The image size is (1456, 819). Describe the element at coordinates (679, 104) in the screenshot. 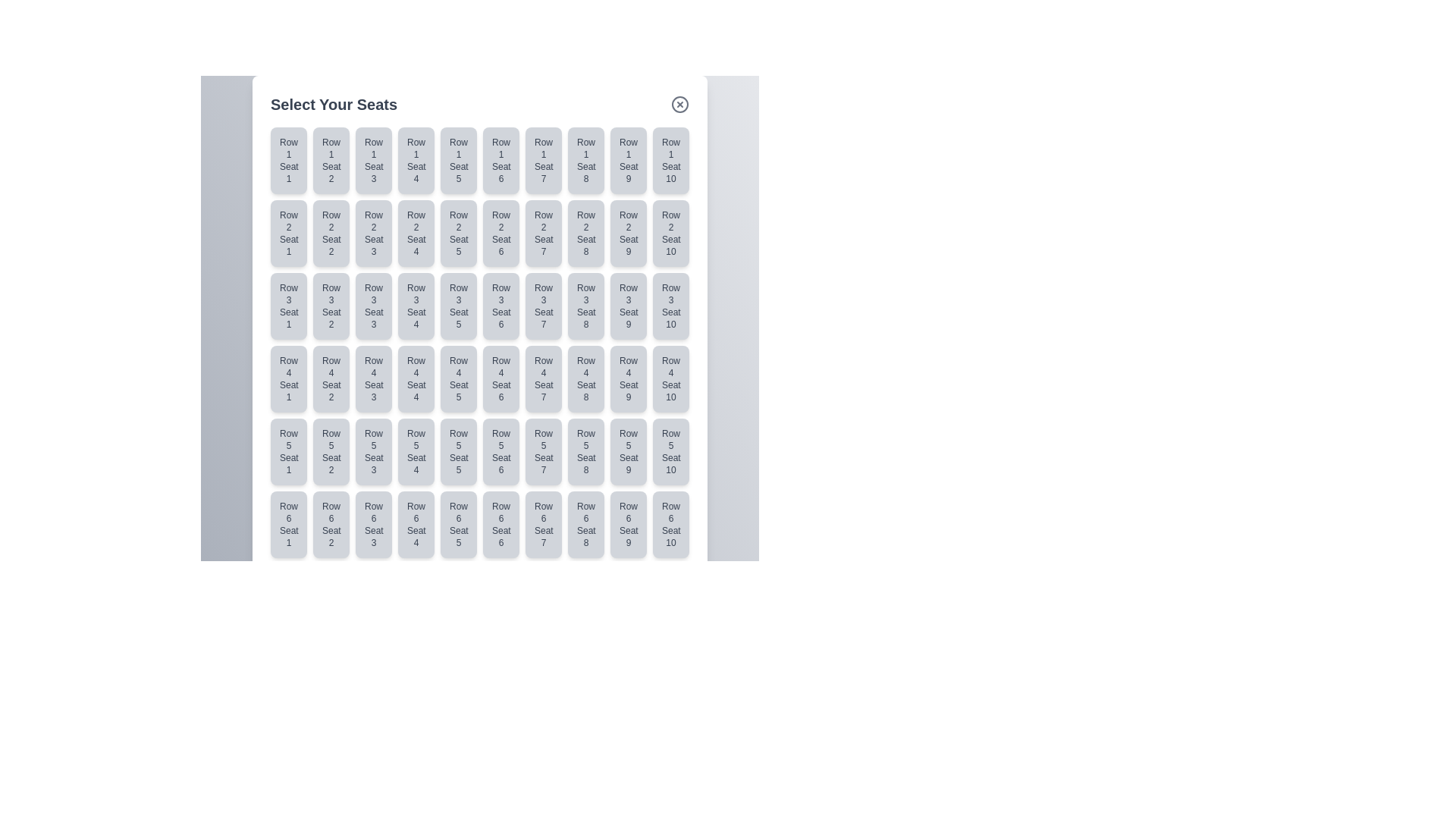

I see `the close button to close the seat selection dialog` at that location.